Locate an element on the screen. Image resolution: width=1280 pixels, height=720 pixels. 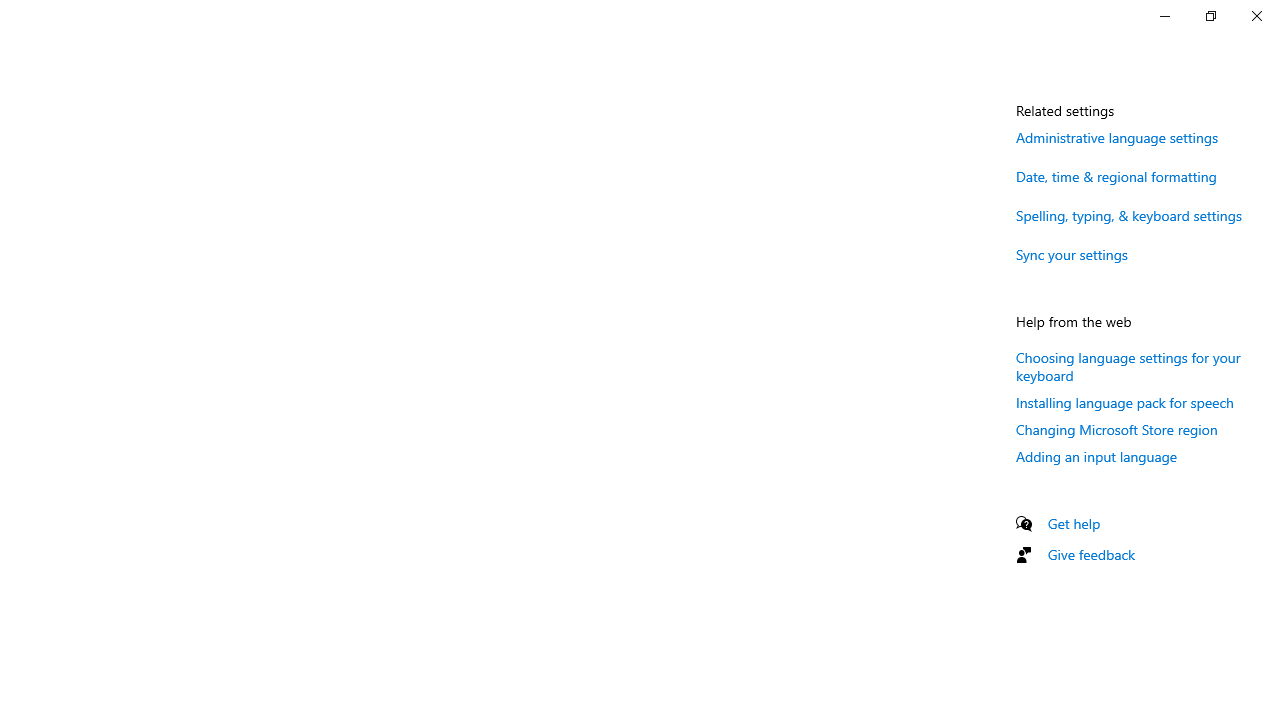
'Spelling, typing, & keyboard settings' is located at coordinates (1128, 215).